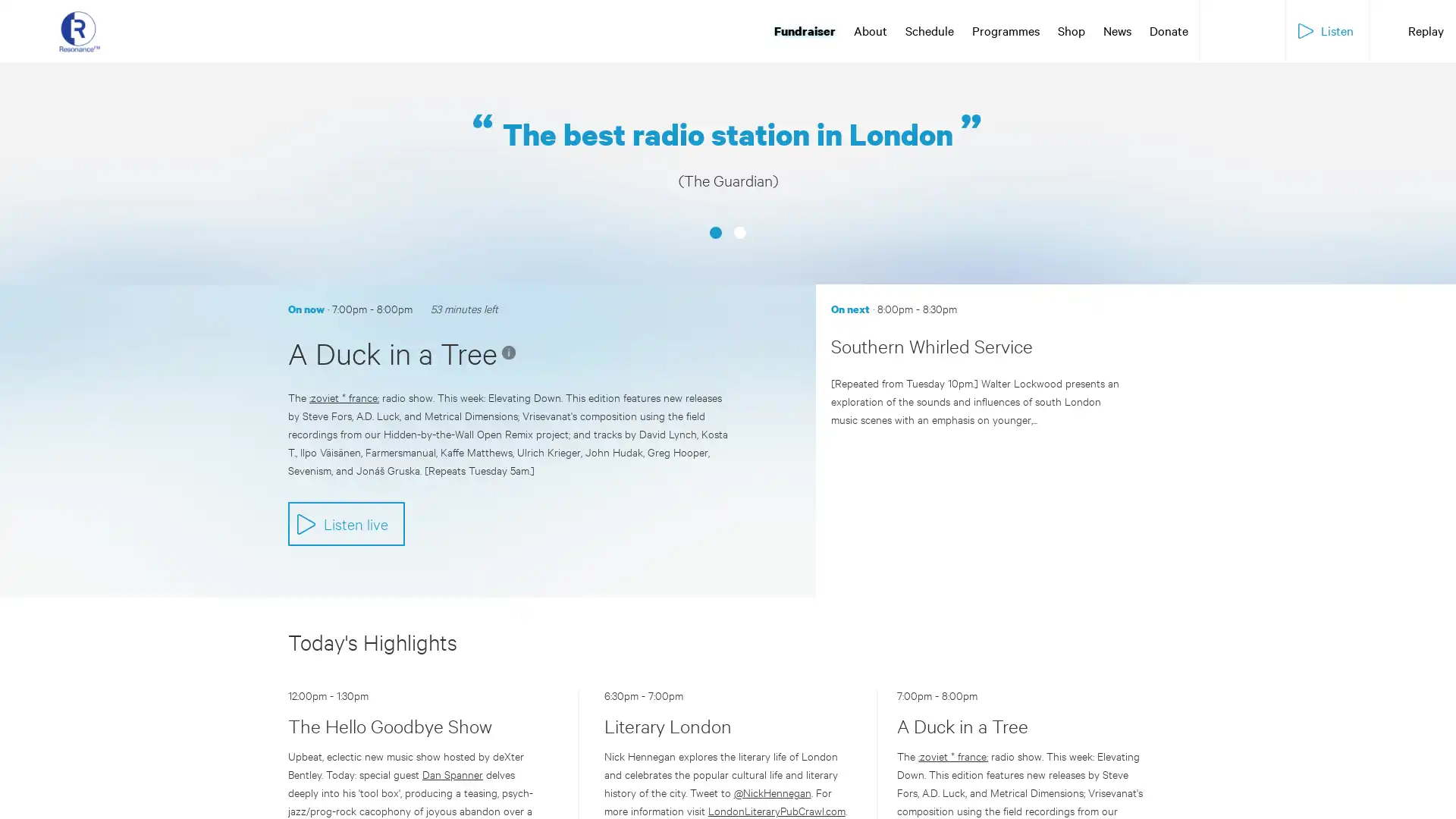 The height and width of the screenshot is (819, 1456). What do you see at coordinates (739, 190) in the screenshot?
I see `2` at bounding box center [739, 190].